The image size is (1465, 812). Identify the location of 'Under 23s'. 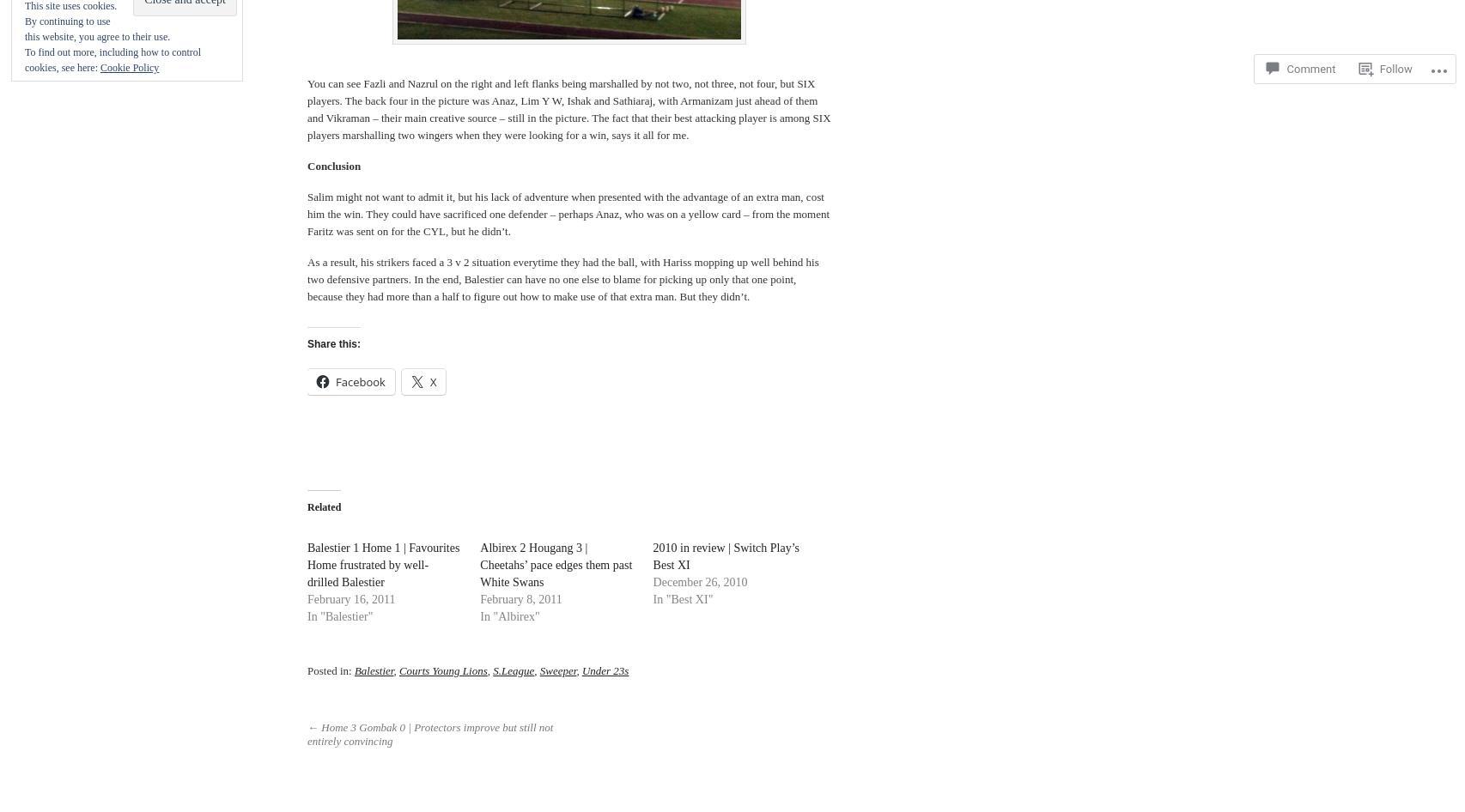
(580, 669).